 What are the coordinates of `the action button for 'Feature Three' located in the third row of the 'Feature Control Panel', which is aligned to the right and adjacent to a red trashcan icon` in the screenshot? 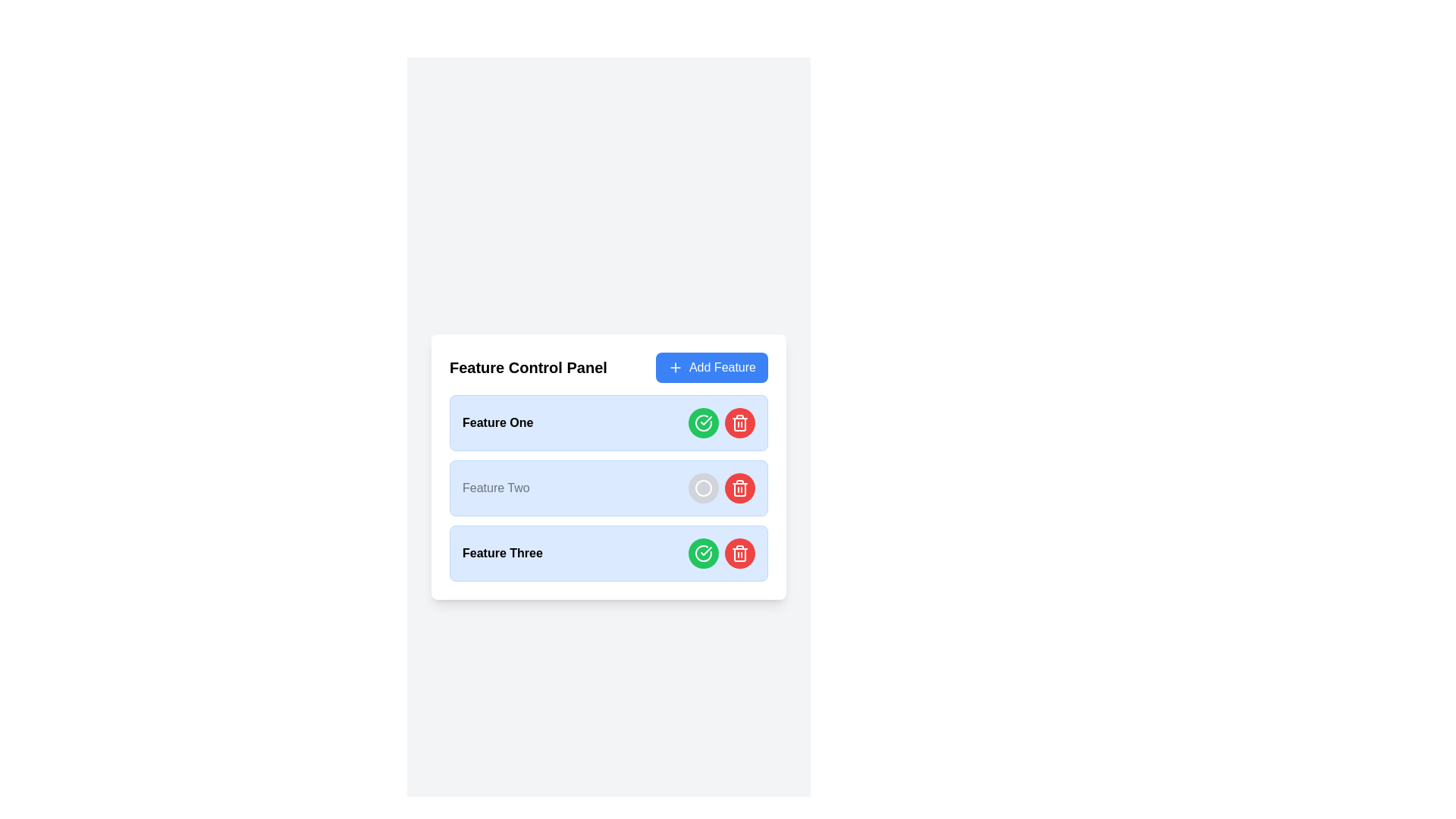 It's located at (702, 553).